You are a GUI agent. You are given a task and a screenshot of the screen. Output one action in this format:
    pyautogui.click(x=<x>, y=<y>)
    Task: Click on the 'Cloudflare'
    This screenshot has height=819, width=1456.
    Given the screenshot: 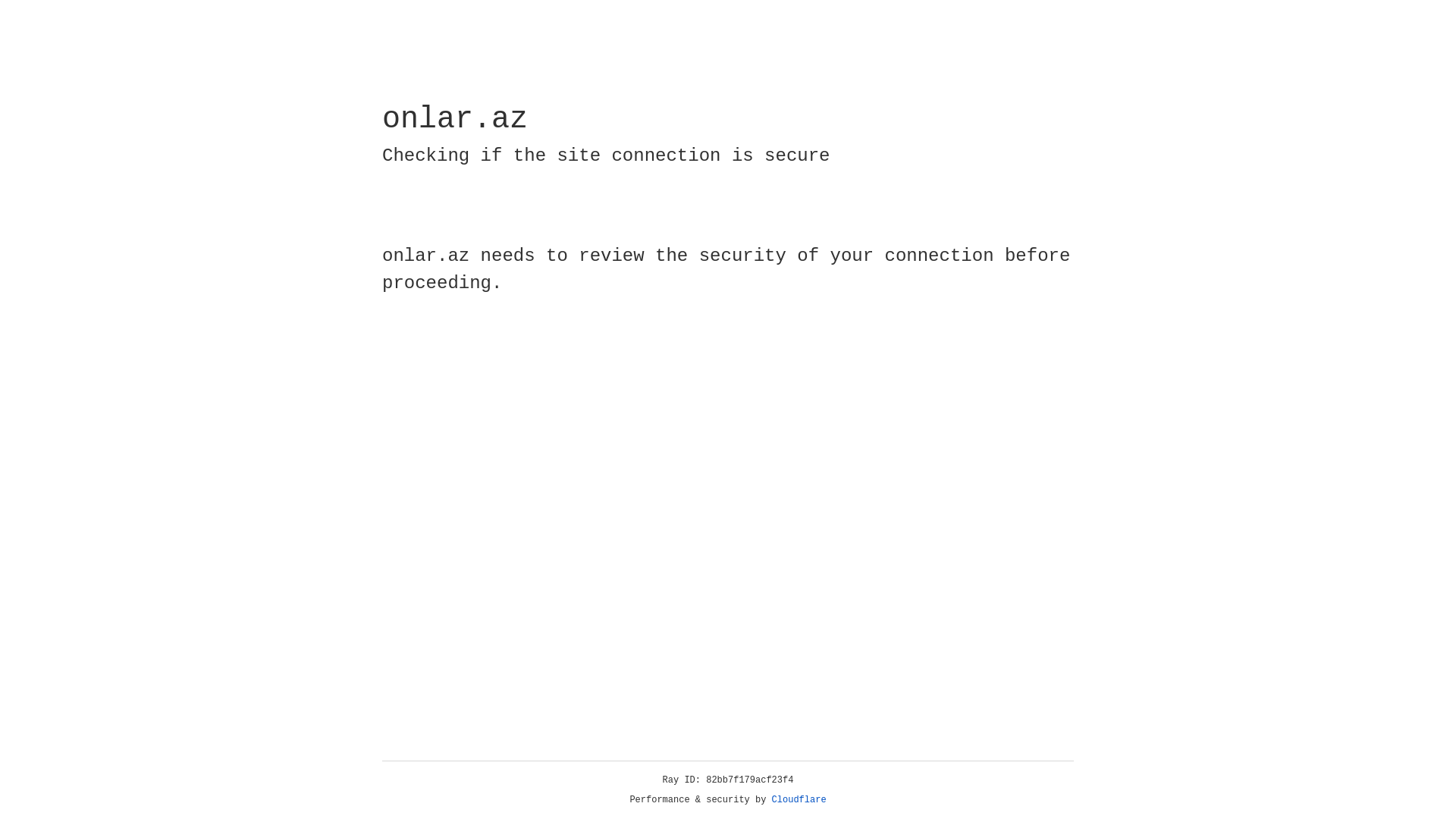 What is the action you would take?
    pyautogui.click(x=799, y=799)
    